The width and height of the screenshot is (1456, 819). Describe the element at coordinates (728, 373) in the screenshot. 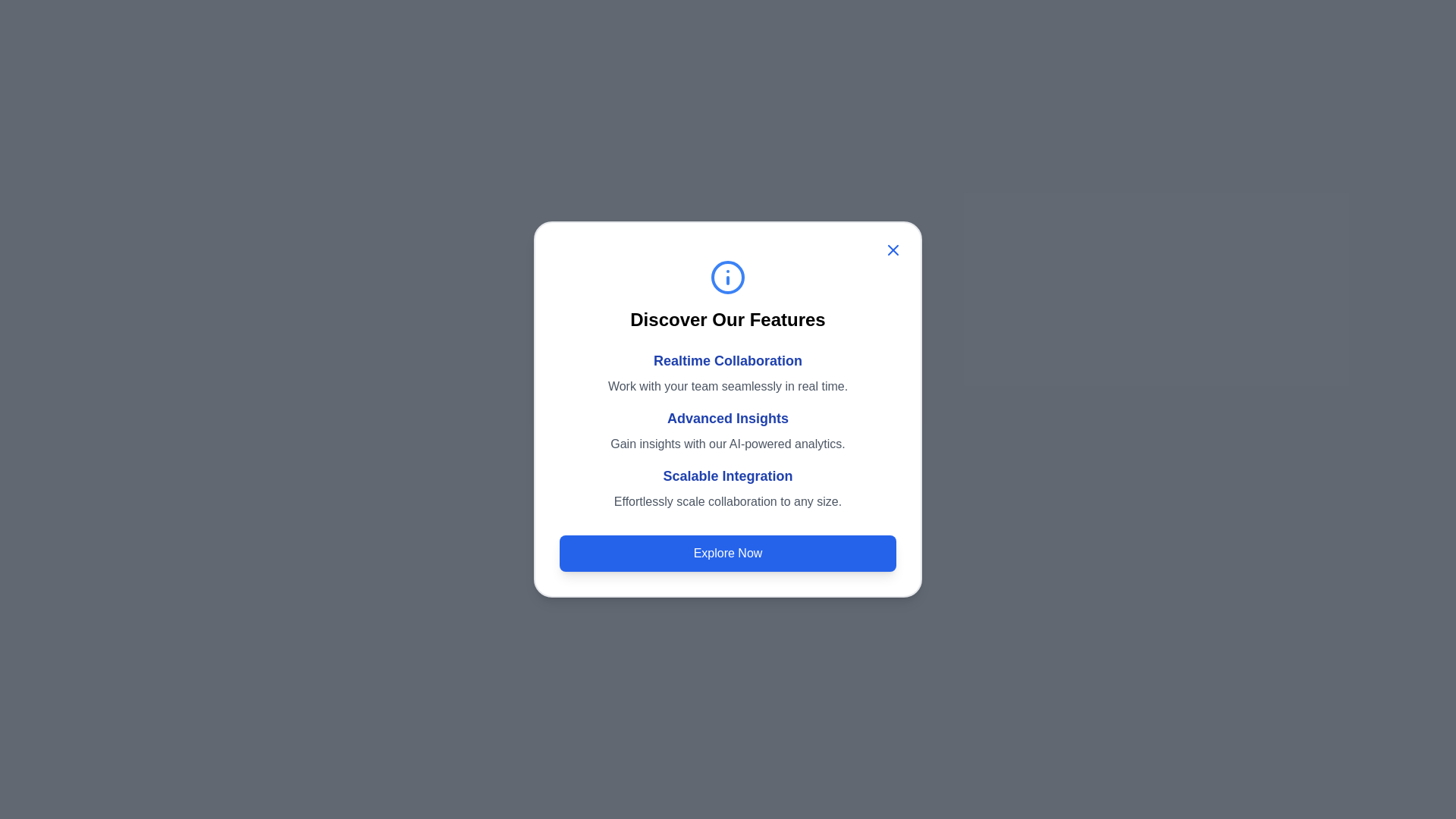

I see `the text content of the 'Realtime Collaboration' feature description located directly below the 'Discover Our Features' title in the main modal` at that location.